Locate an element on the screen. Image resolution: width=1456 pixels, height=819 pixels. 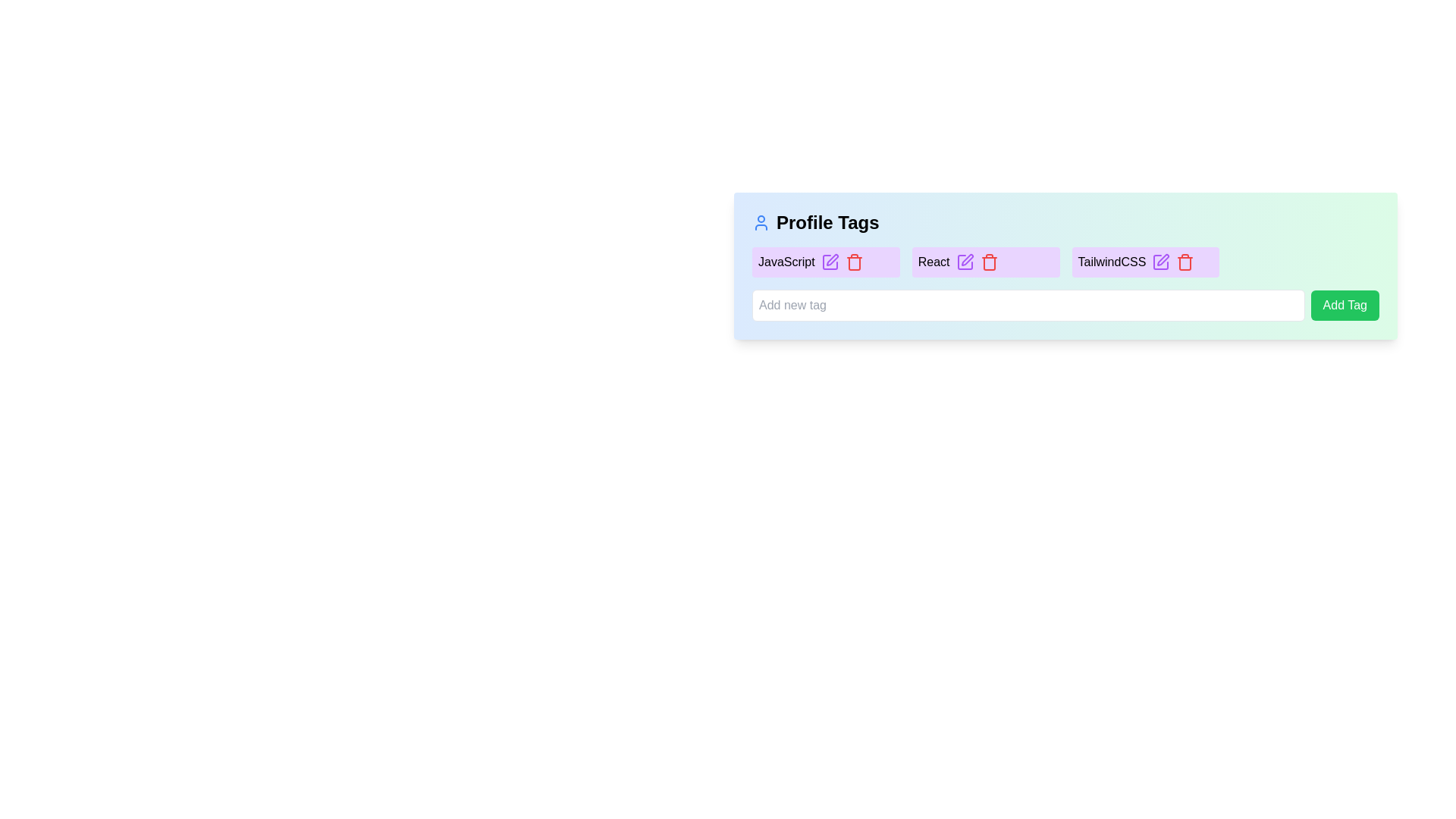
the pen-shaped icon representing the editing action located within the 'React' tag in the 'Profile Tags' section is located at coordinates (966, 259).